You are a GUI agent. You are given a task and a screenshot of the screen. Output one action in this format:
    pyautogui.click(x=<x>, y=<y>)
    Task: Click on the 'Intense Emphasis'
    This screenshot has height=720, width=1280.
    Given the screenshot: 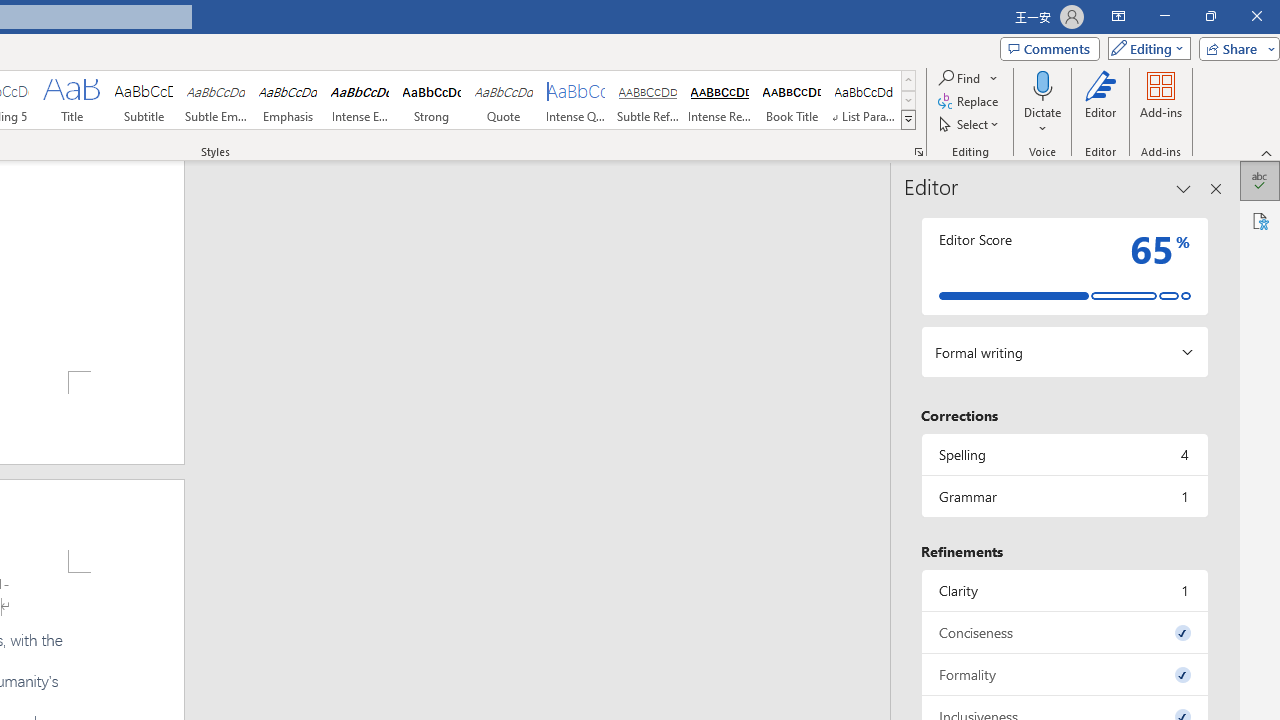 What is the action you would take?
    pyautogui.click(x=359, y=100)
    